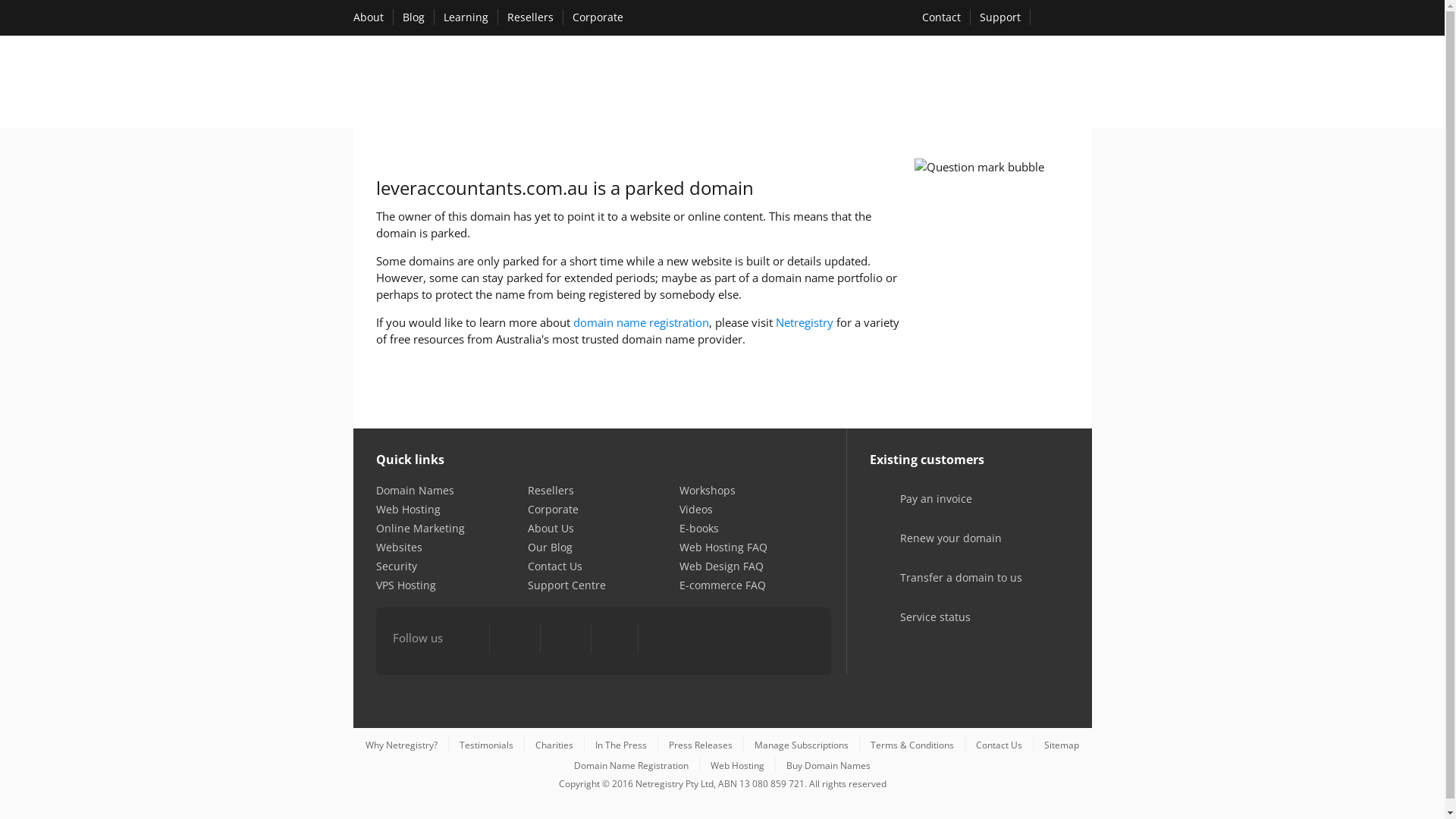 This screenshot has width=1456, height=819. Describe the element at coordinates (722, 584) in the screenshot. I see `'E-commerce FAQ'` at that location.